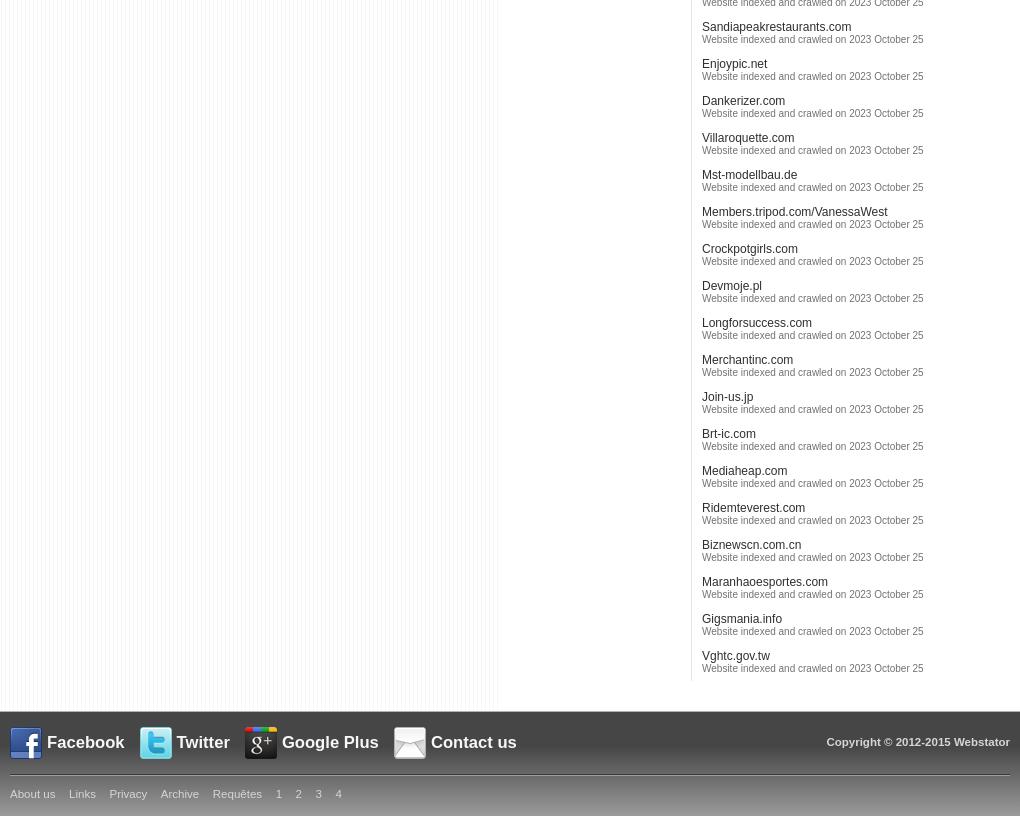 This screenshot has width=1020, height=816. Describe the element at coordinates (31, 793) in the screenshot. I see `'About us'` at that location.